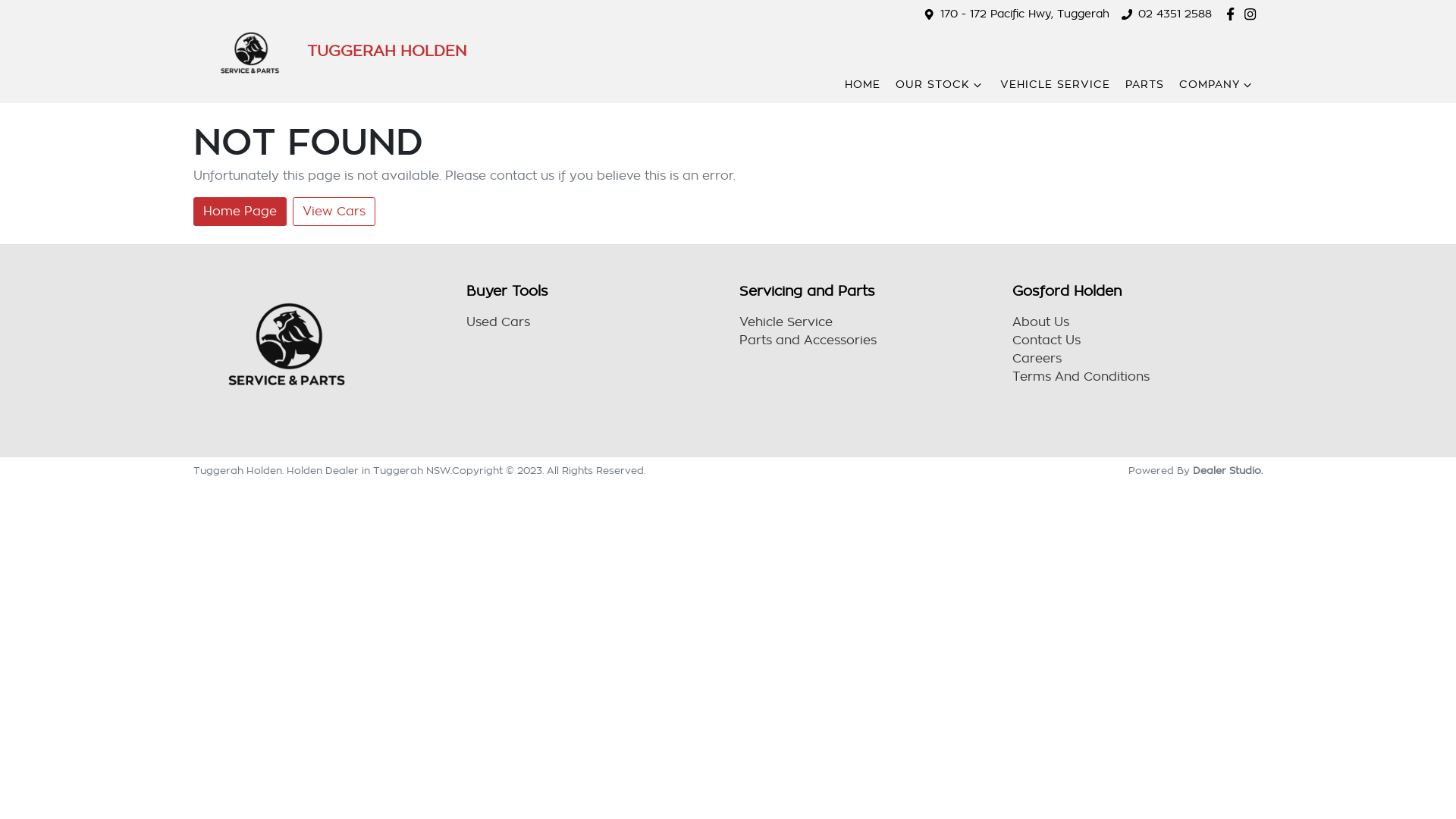  I want to click on 'Contact Us', so click(1046, 339).